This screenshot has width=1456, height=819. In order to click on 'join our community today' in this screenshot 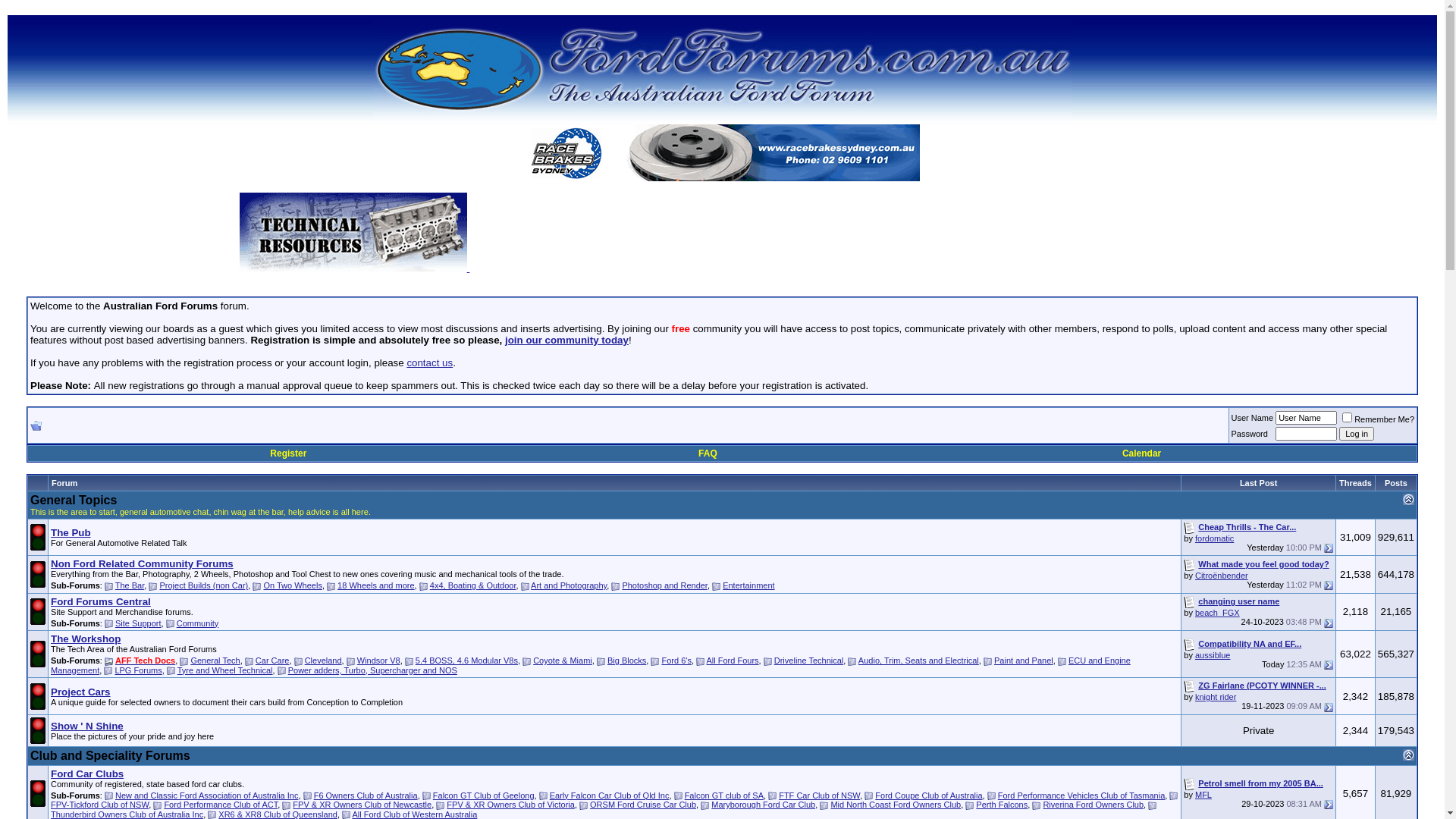, I will do `click(566, 339)`.